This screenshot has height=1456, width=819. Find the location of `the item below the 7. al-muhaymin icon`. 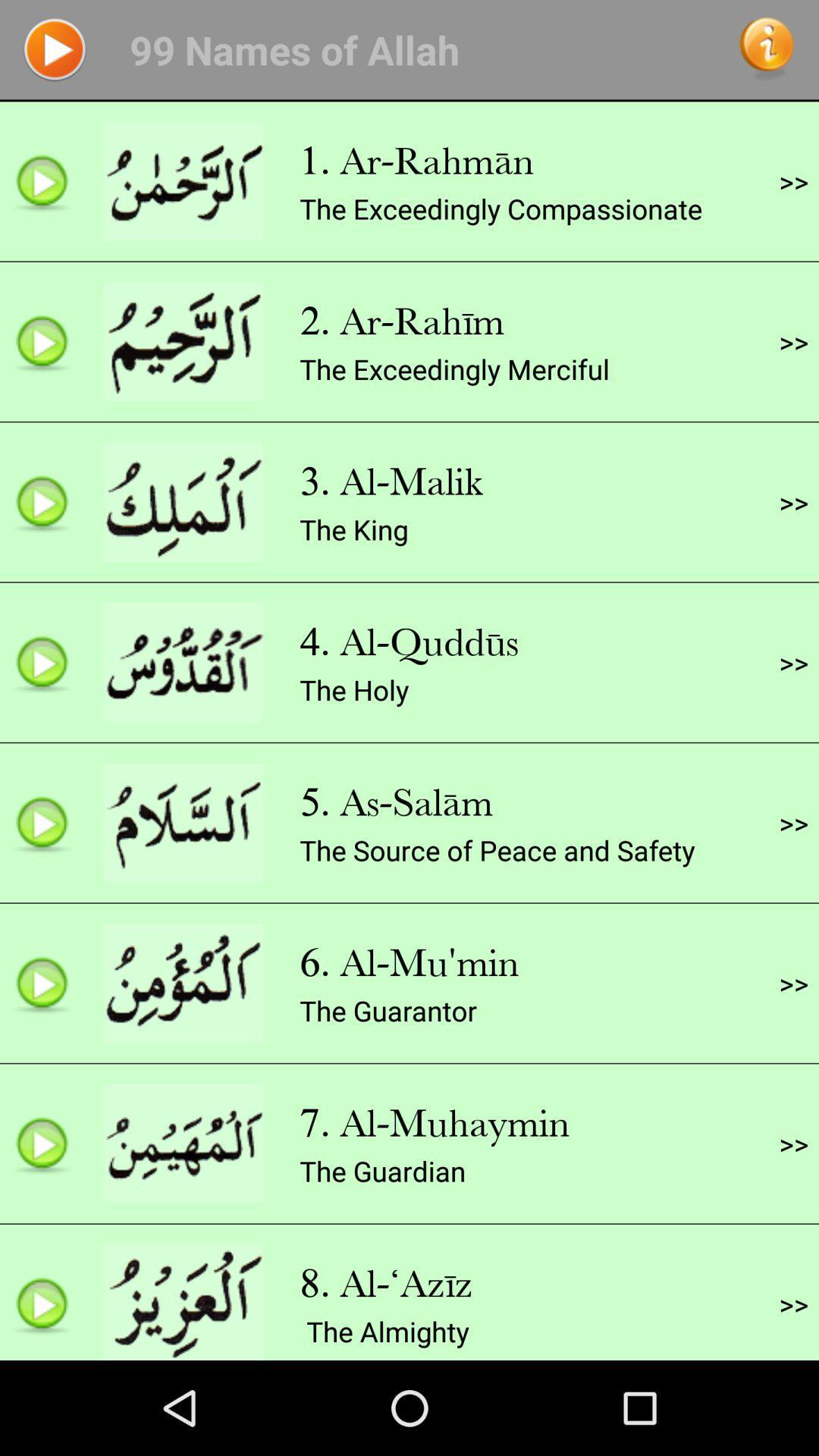

the item below the 7. al-muhaymin icon is located at coordinates (381, 1170).